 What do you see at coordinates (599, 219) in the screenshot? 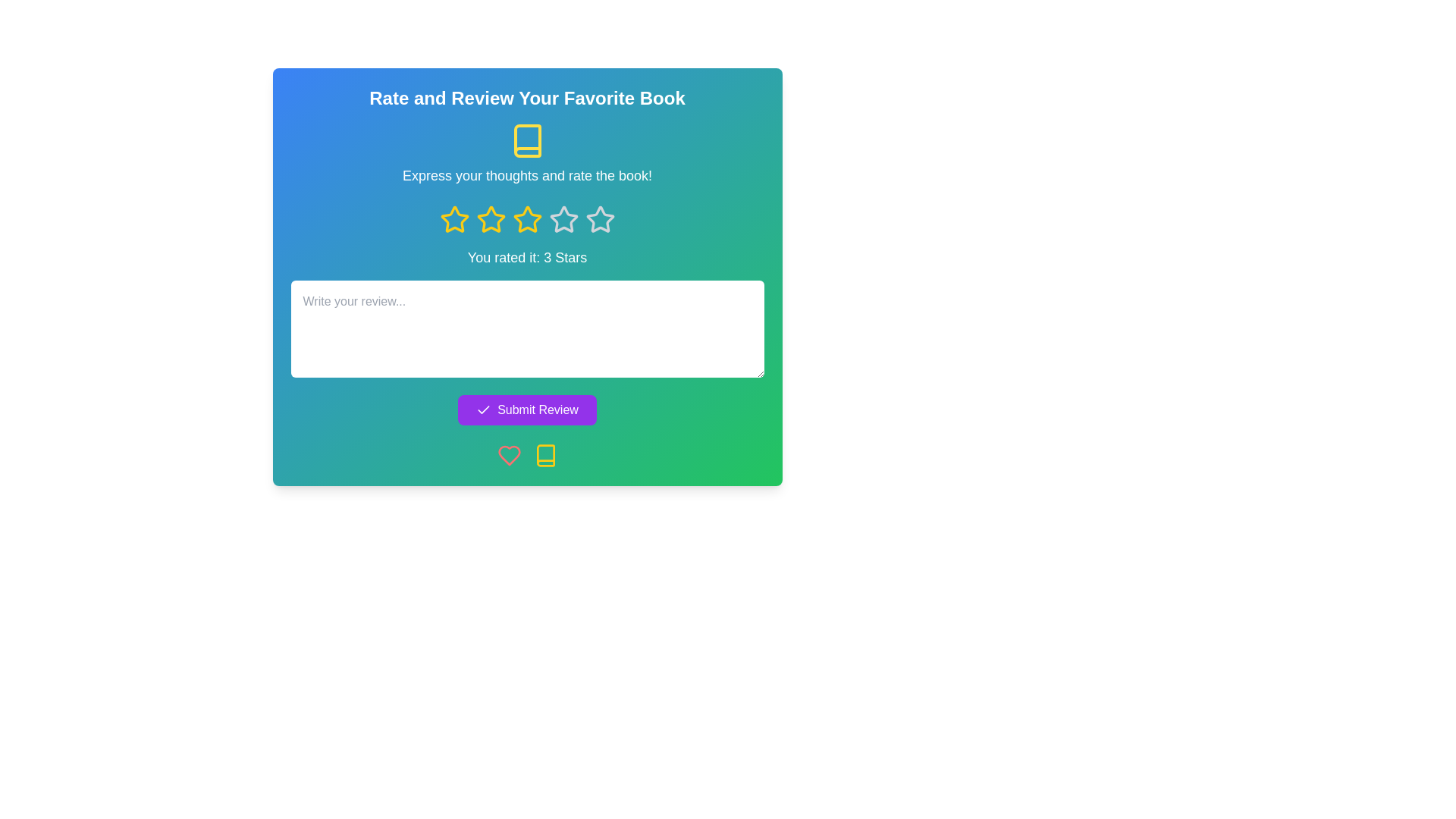
I see `the fourth star icon in the rating system` at bounding box center [599, 219].